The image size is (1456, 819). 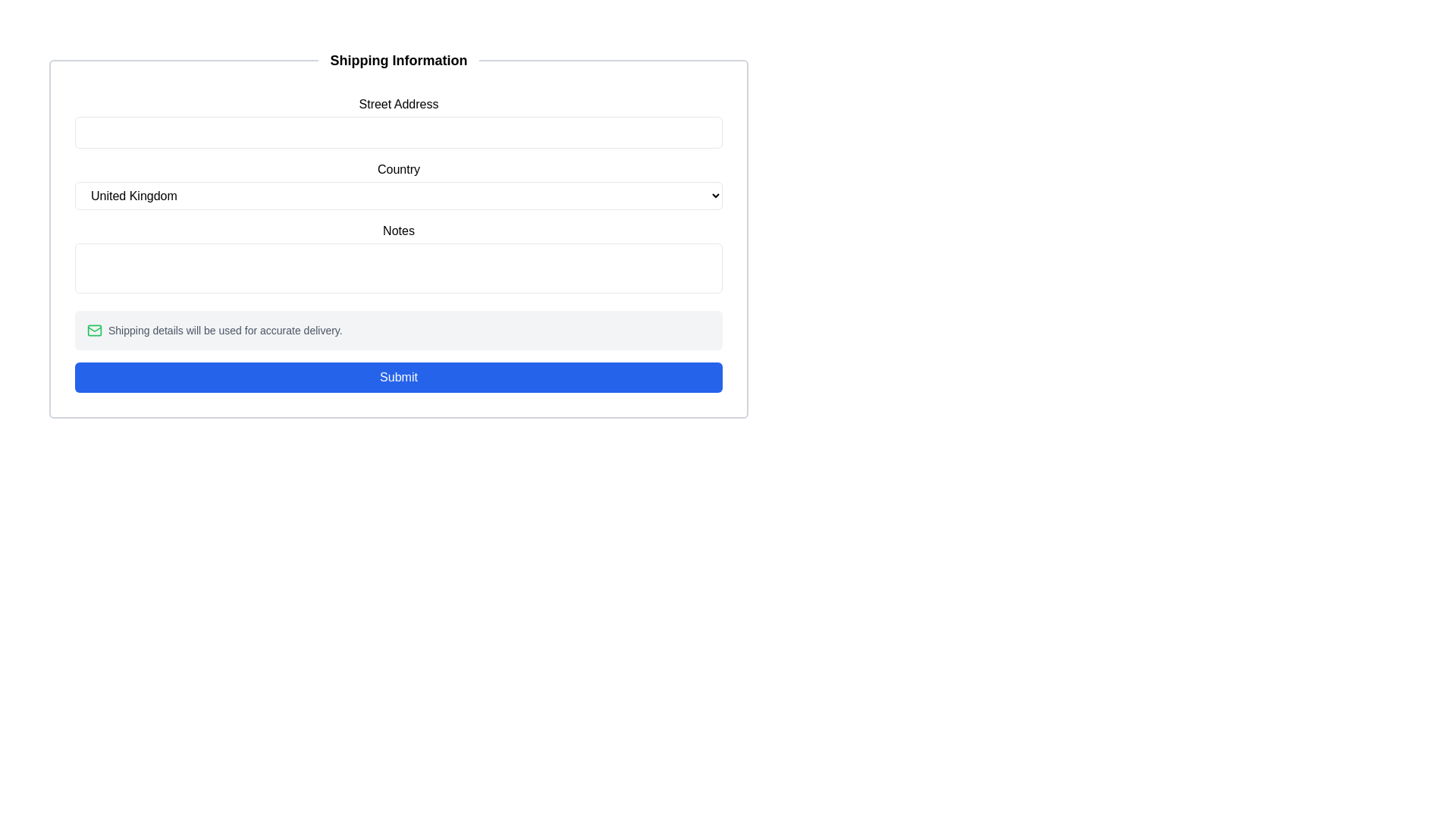 I want to click on the submit button located at the bottom of the 'Shipping Information' section, so click(x=399, y=376).